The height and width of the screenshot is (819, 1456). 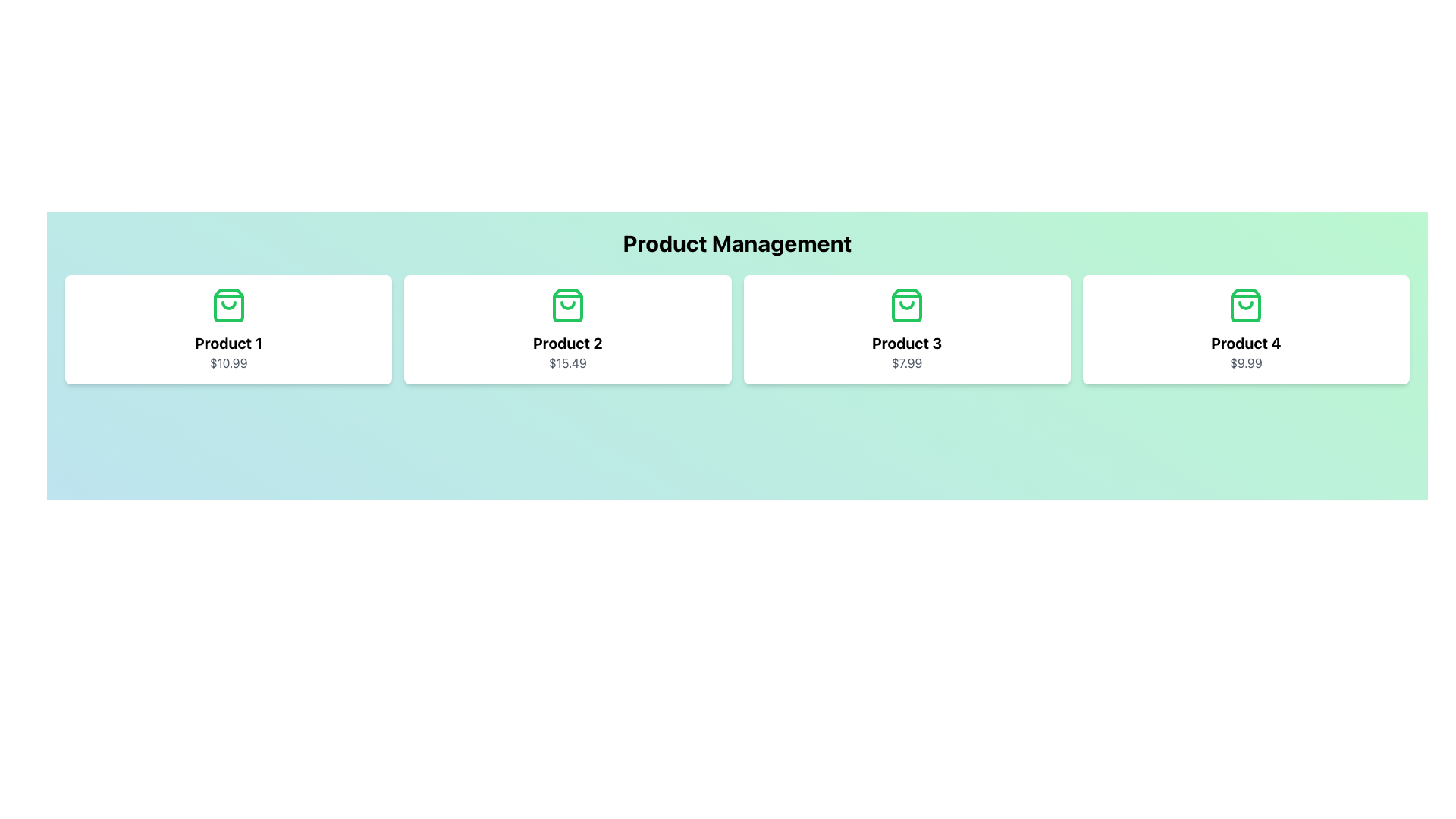 I want to click on the informational text label displaying the price of 'Product 2', located at the bottom of the card beneath the title, so click(x=566, y=362).